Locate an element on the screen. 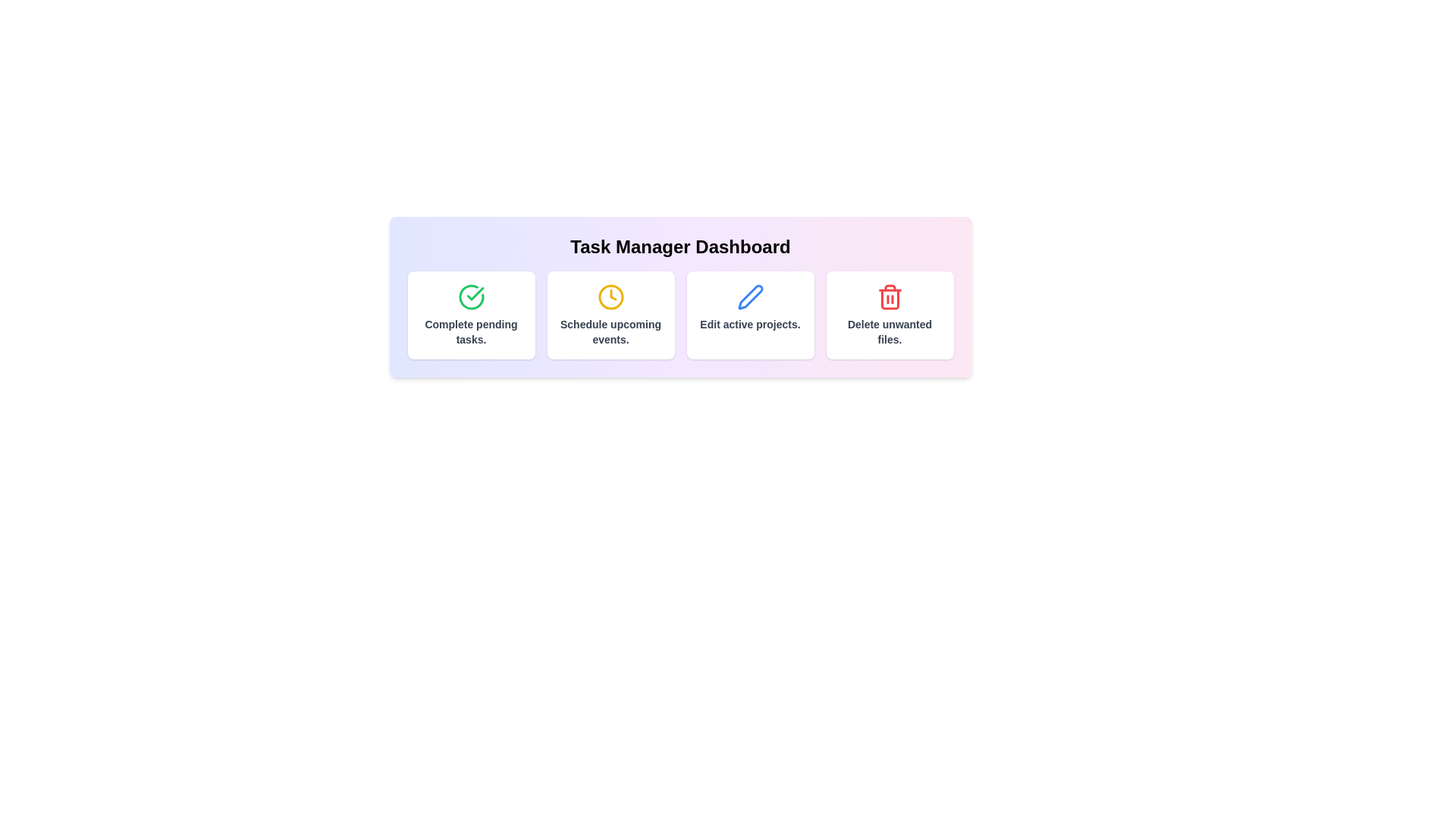 The image size is (1456, 819). the text label located at the bottom of the third card, which describes the action for editing active projects, positioned directly below the pen icon is located at coordinates (750, 324).